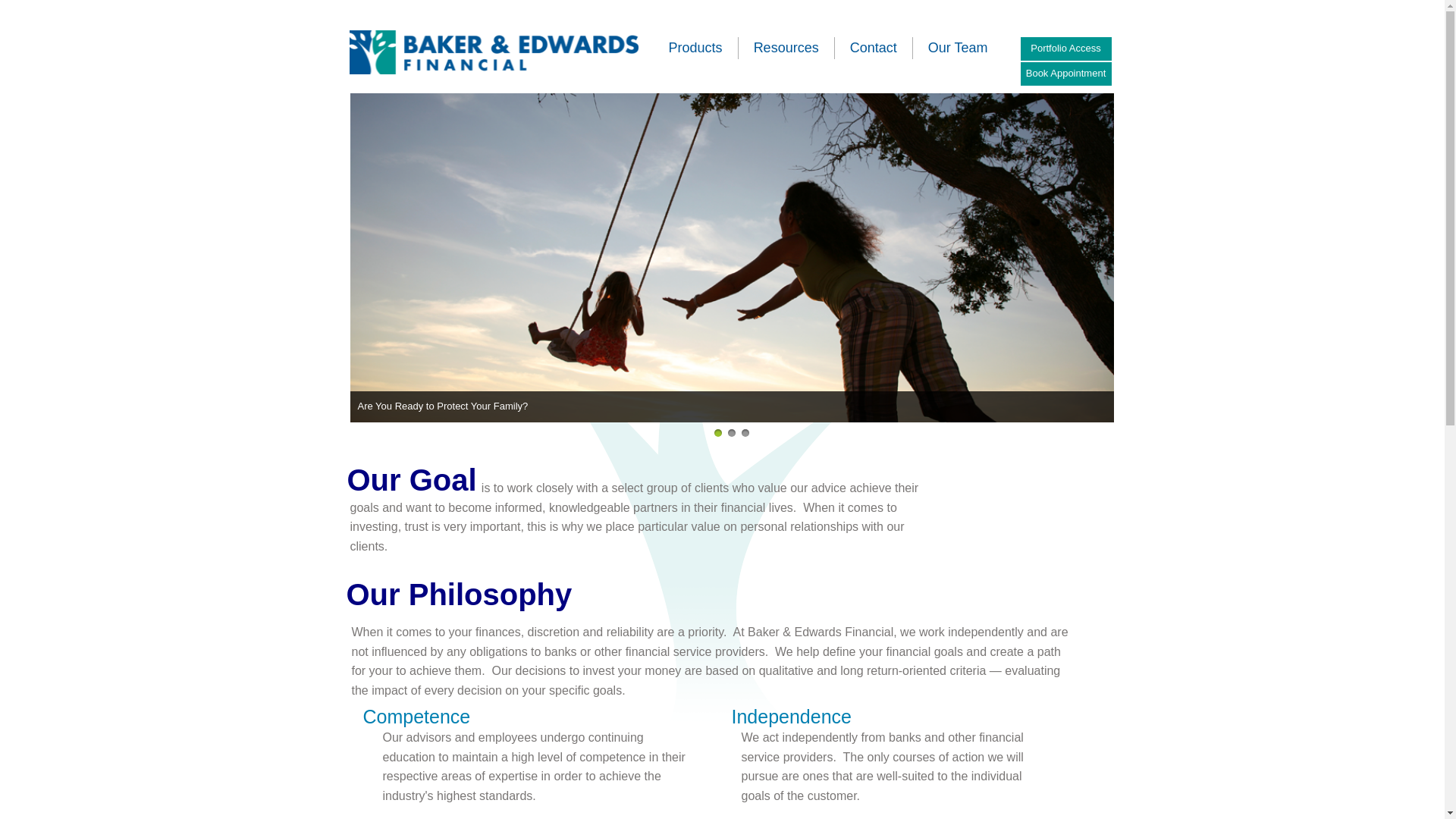  Describe the element at coordinates (927, 46) in the screenshot. I see `'Our Team'` at that location.